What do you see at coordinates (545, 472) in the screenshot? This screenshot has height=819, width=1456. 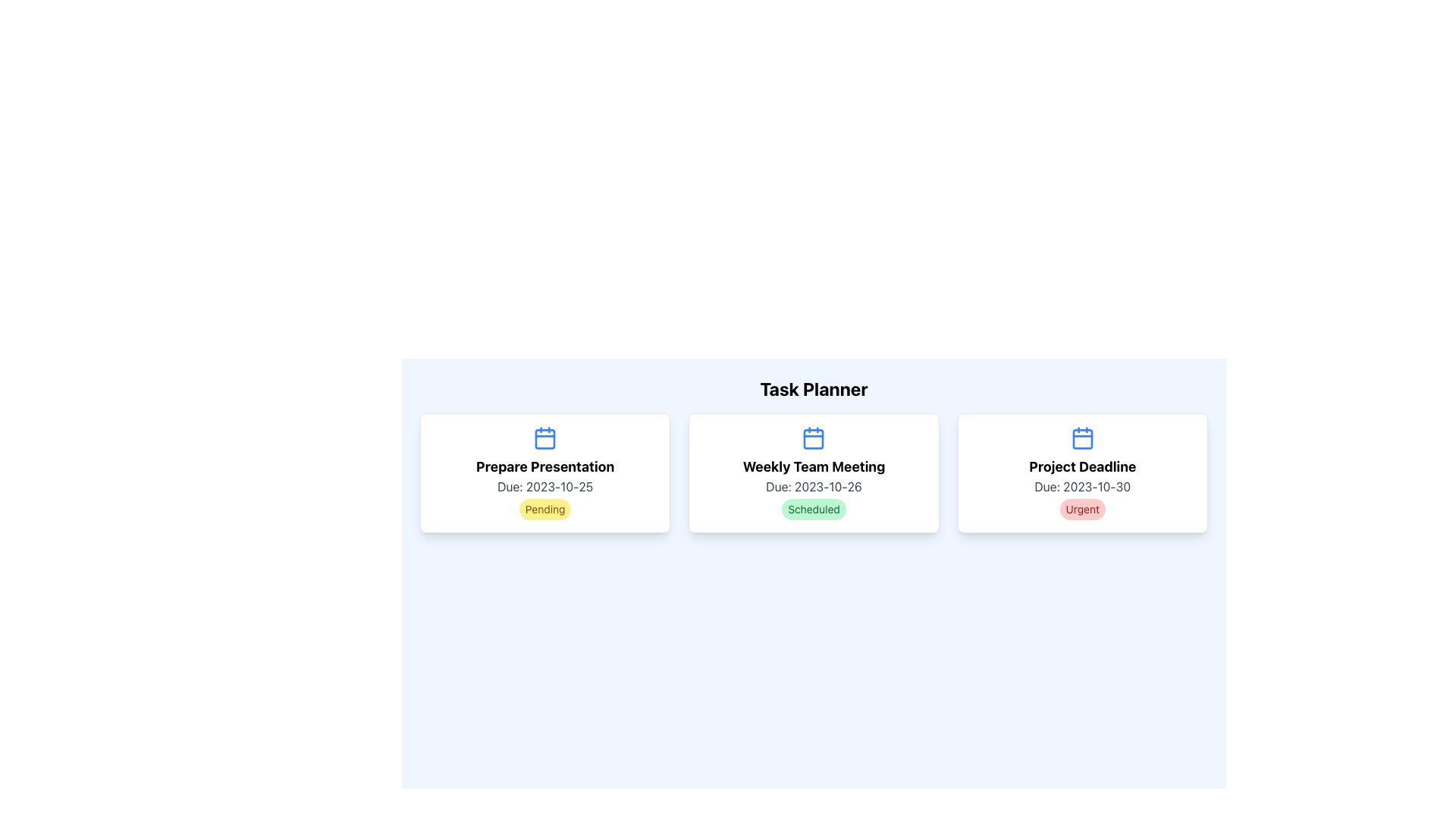 I see `the task overview card located at the top-left segment of the grid layout to see context options` at bounding box center [545, 472].